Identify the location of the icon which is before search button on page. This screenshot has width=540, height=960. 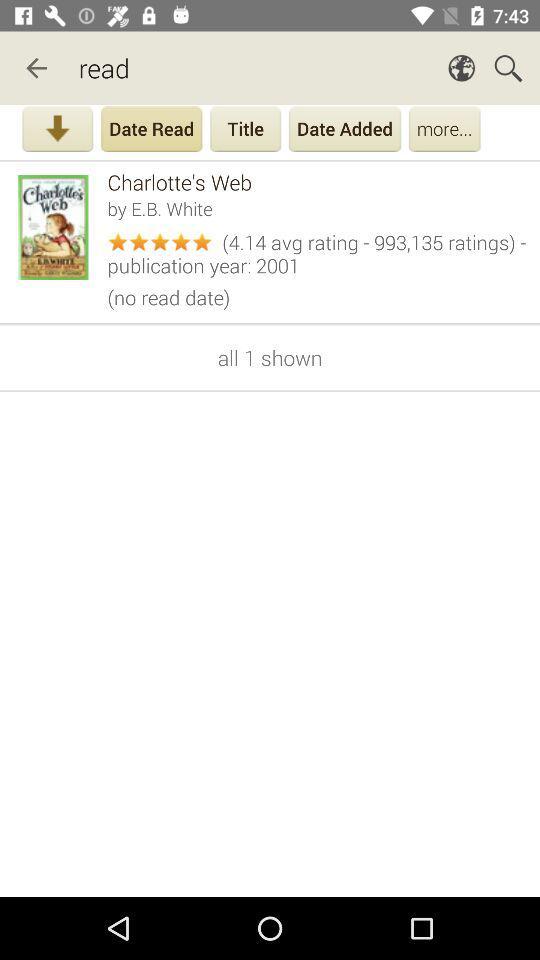
(461, 68).